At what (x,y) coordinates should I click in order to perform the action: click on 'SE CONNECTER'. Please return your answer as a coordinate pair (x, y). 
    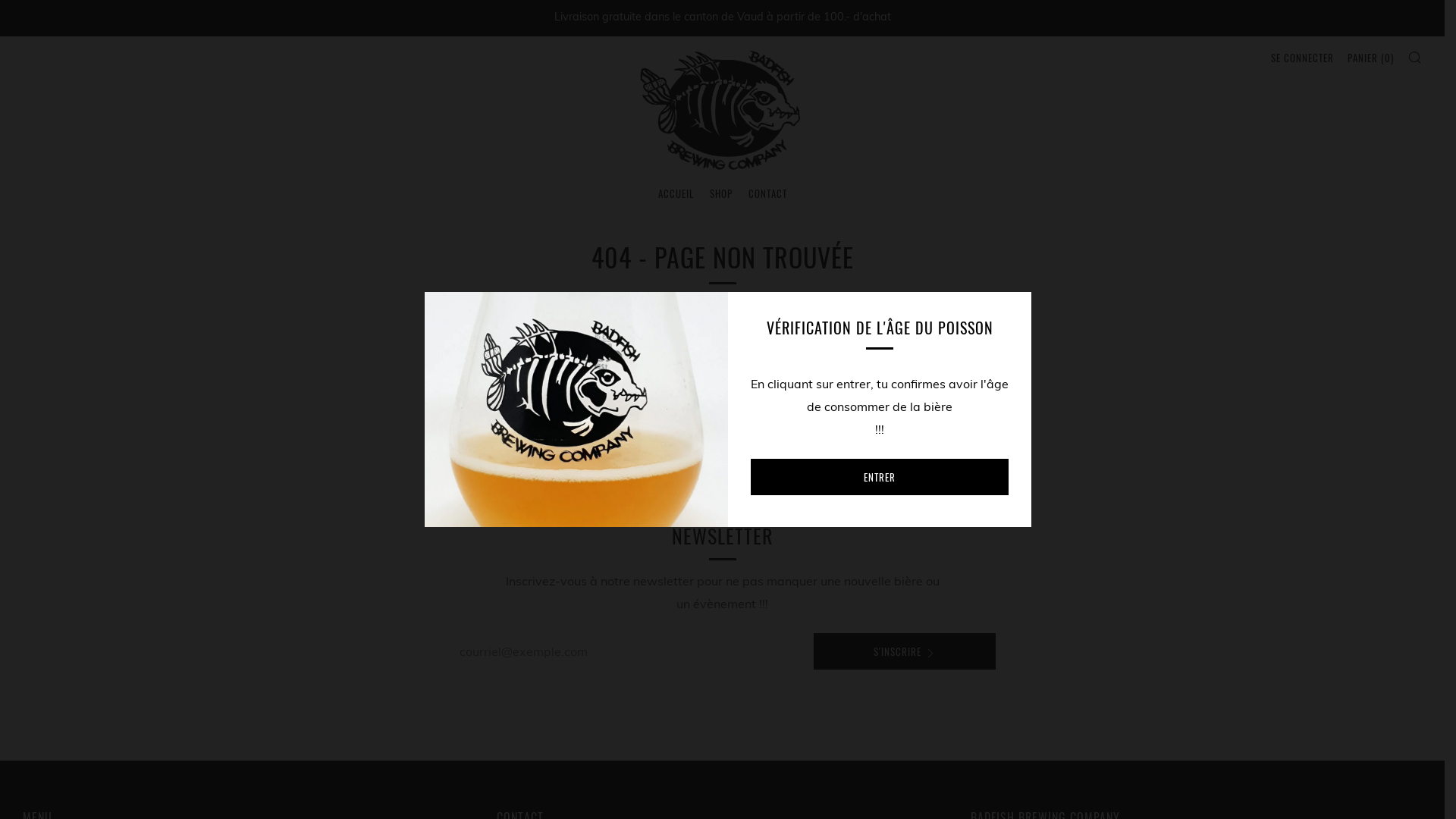
    Looking at the image, I should click on (1301, 57).